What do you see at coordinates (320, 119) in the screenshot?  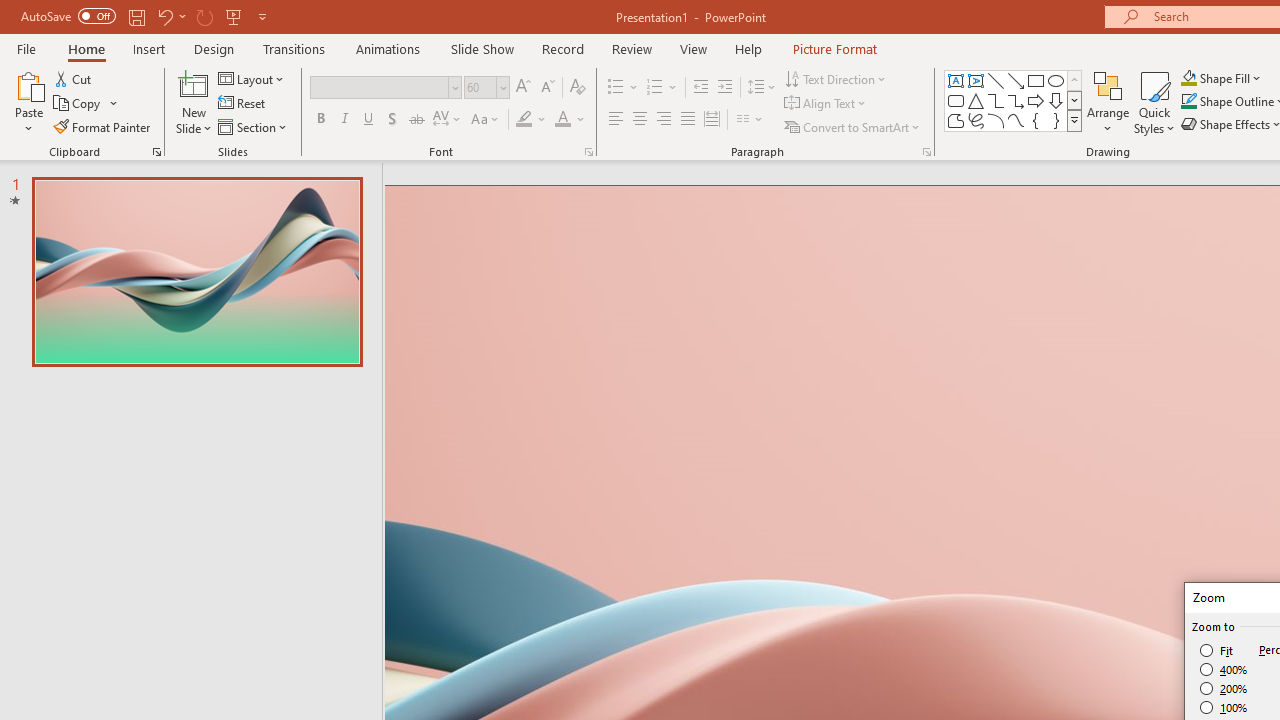 I see `'Bold'` at bounding box center [320, 119].